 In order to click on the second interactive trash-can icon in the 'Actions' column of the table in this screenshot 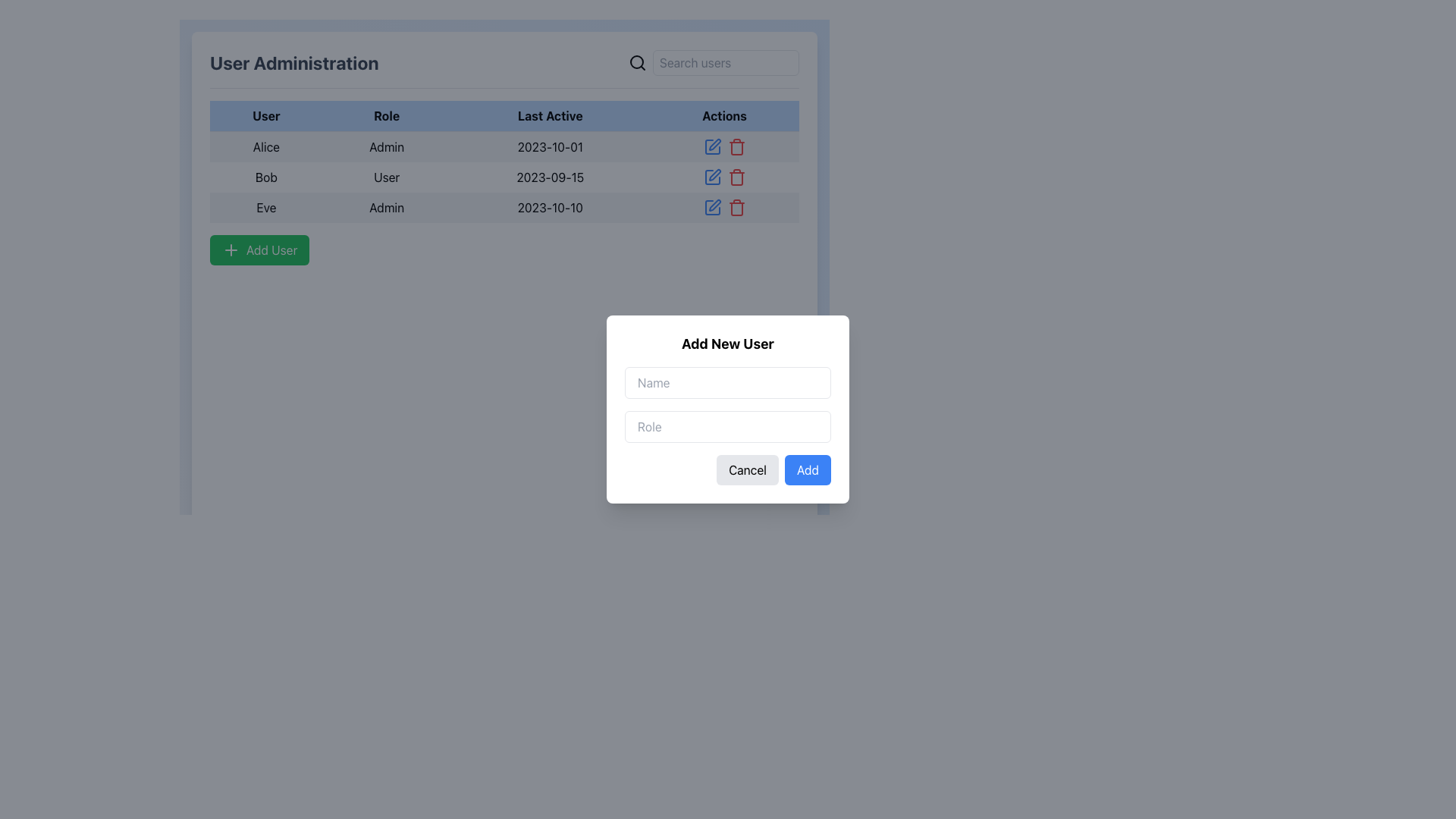, I will do `click(736, 146)`.